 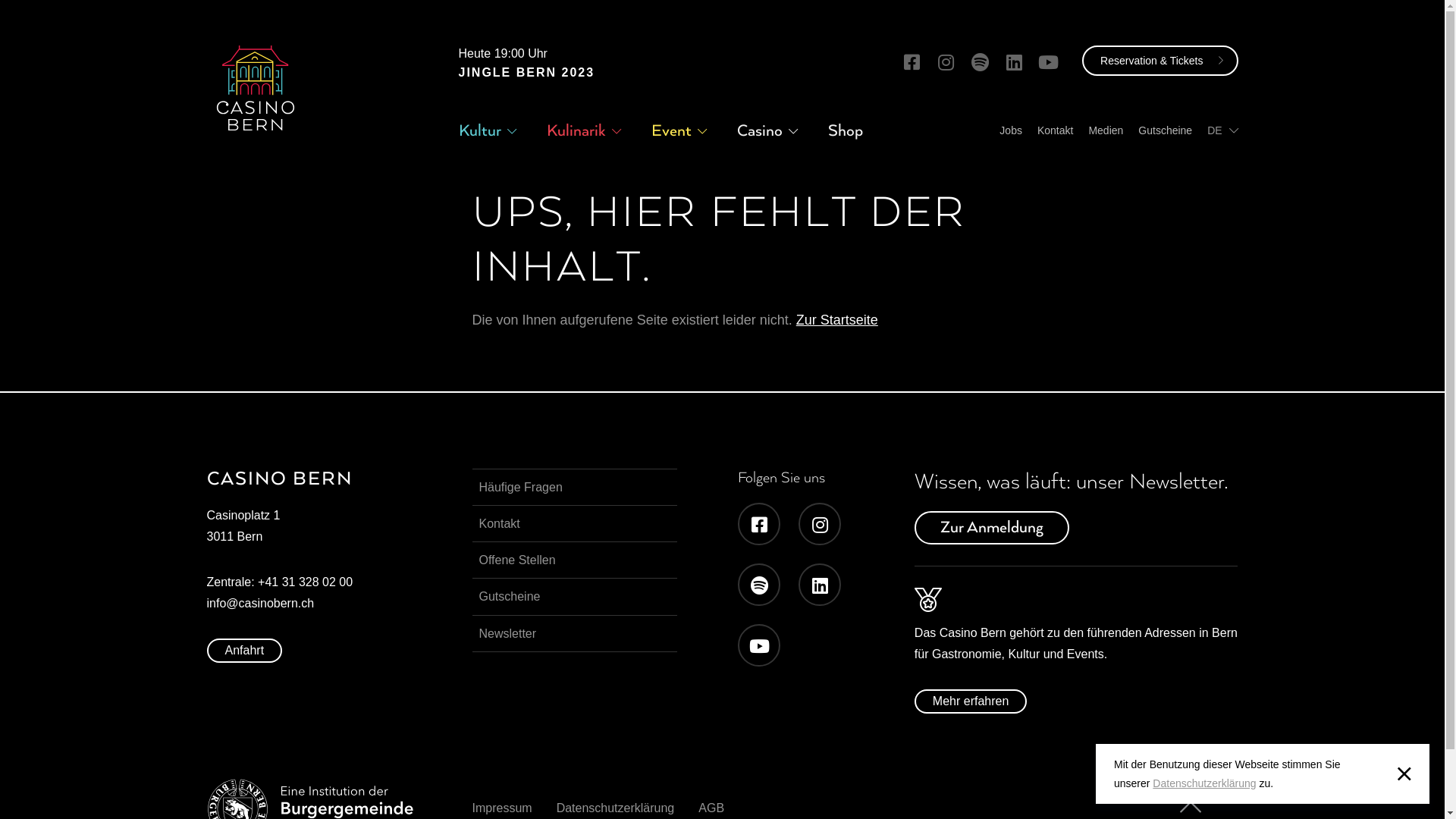 I want to click on 'Casino', so click(x=760, y=130).